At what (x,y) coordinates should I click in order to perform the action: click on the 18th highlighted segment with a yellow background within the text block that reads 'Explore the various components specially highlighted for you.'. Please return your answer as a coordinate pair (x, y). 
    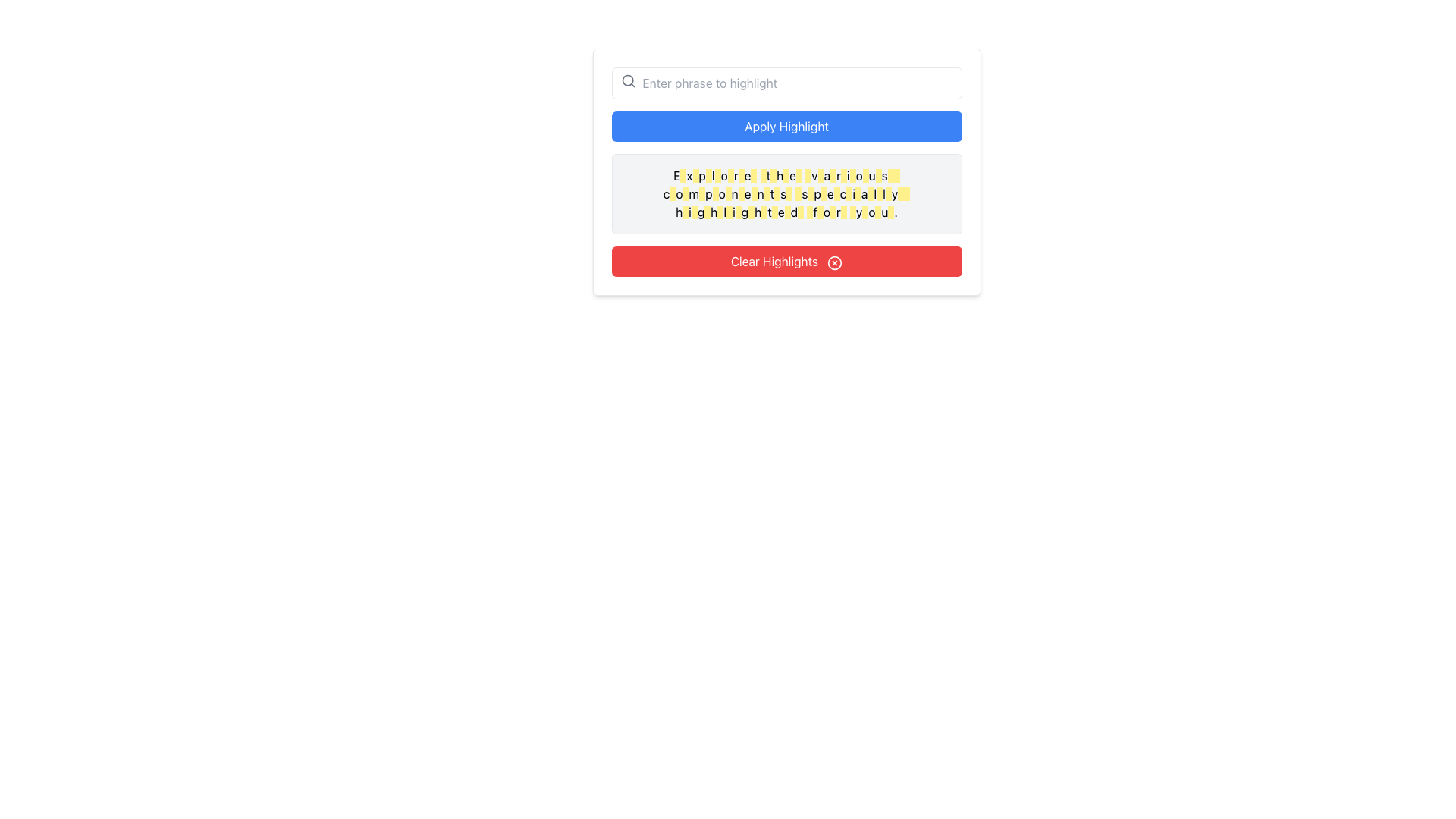
    Looking at the image, I should click on (878, 174).